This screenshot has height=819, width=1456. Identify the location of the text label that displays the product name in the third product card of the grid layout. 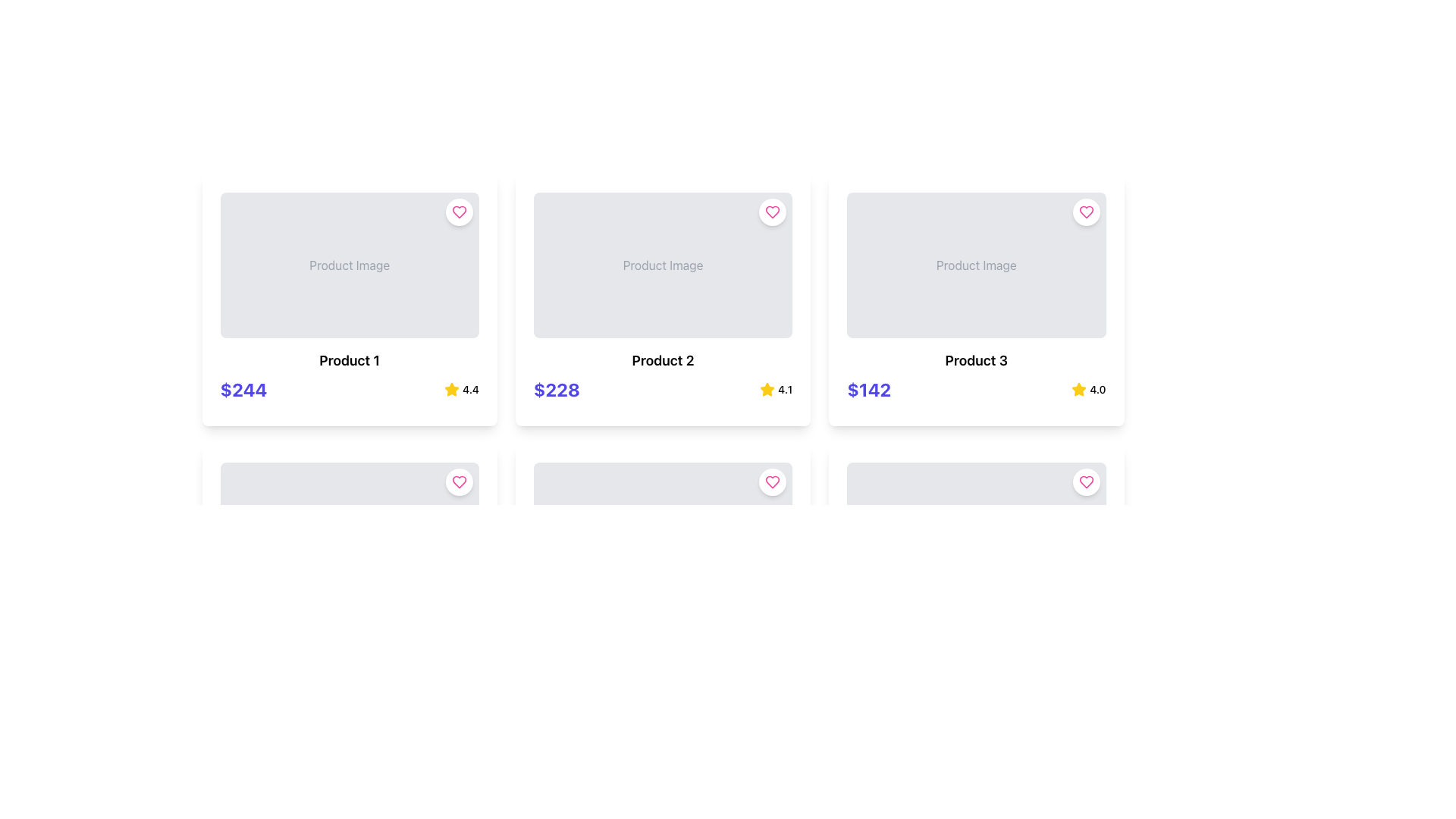
(976, 360).